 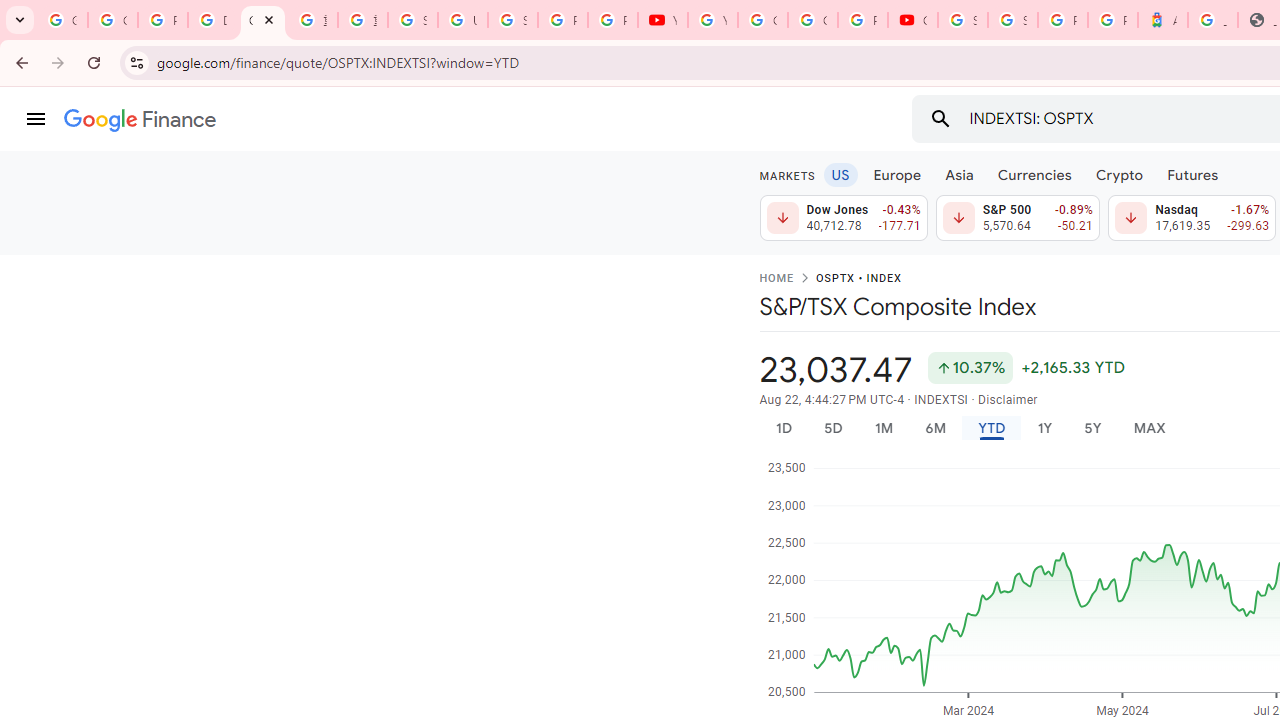 What do you see at coordinates (1149, 427) in the screenshot?
I see `'MAX'` at bounding box center [1149, 427].